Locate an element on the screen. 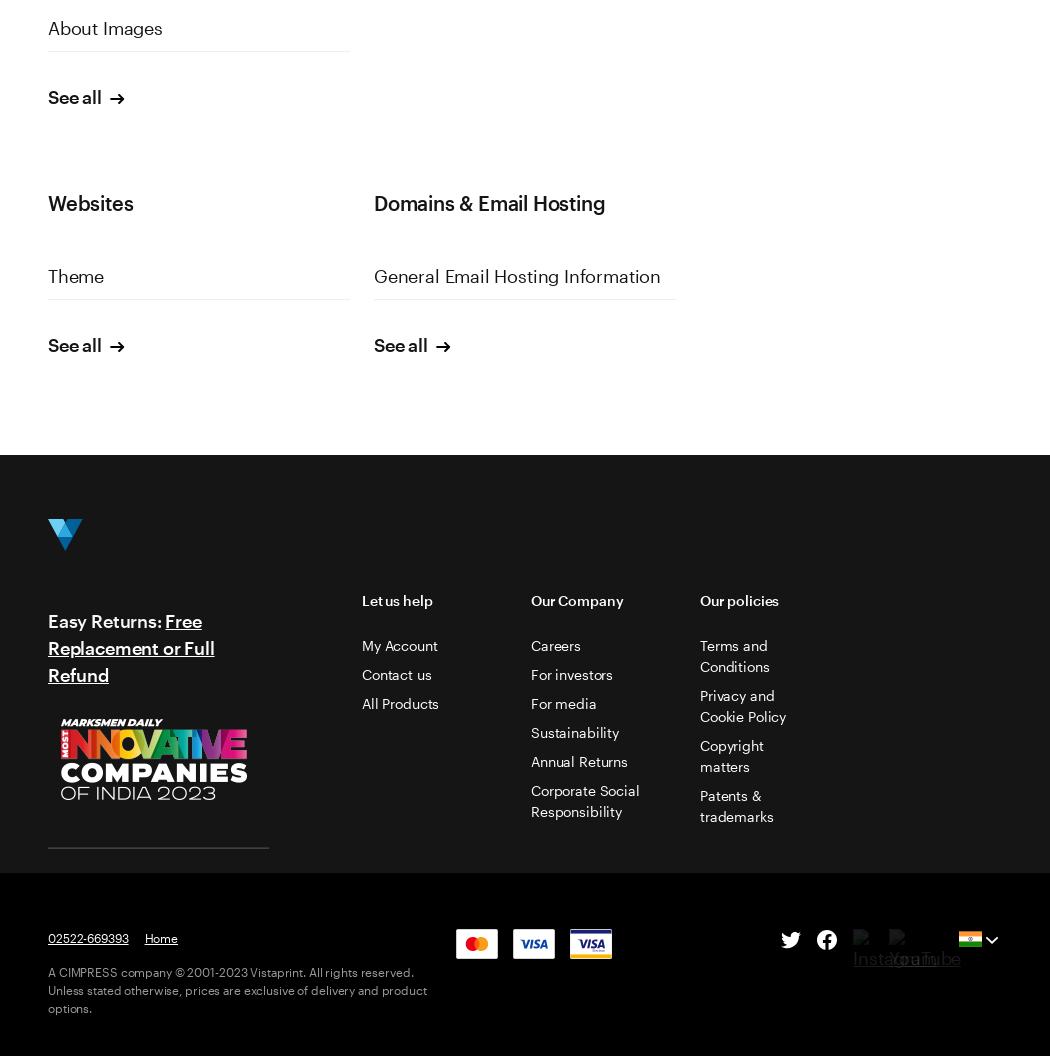  'Domains & Email Hosting' is located at coordinates (488, 201).